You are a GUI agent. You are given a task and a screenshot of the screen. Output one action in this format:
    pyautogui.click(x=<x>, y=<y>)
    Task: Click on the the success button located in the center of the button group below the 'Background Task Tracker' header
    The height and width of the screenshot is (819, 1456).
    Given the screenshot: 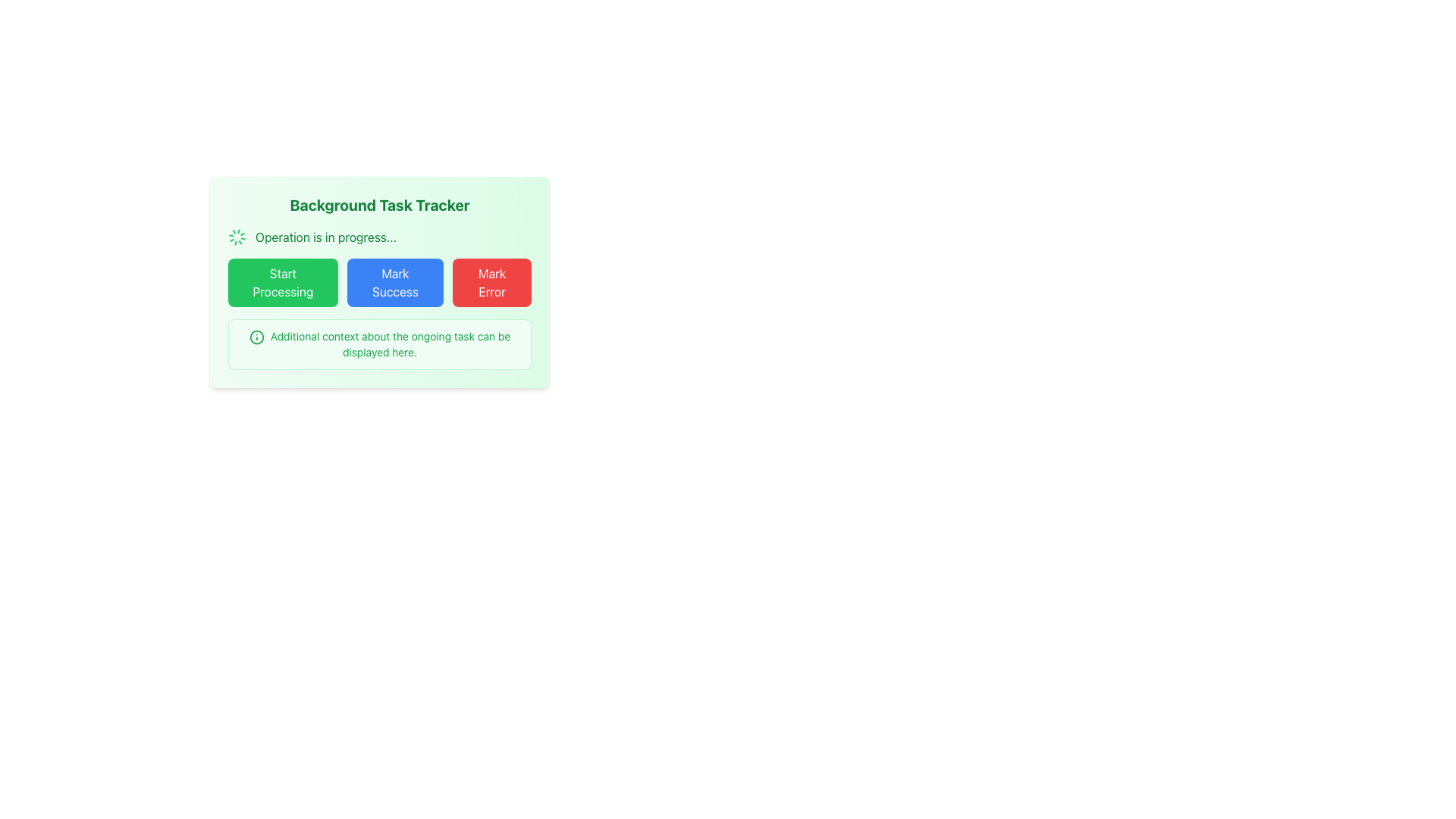 What is the action you would take?
    pyautogui.click(x=395, y=283)
    